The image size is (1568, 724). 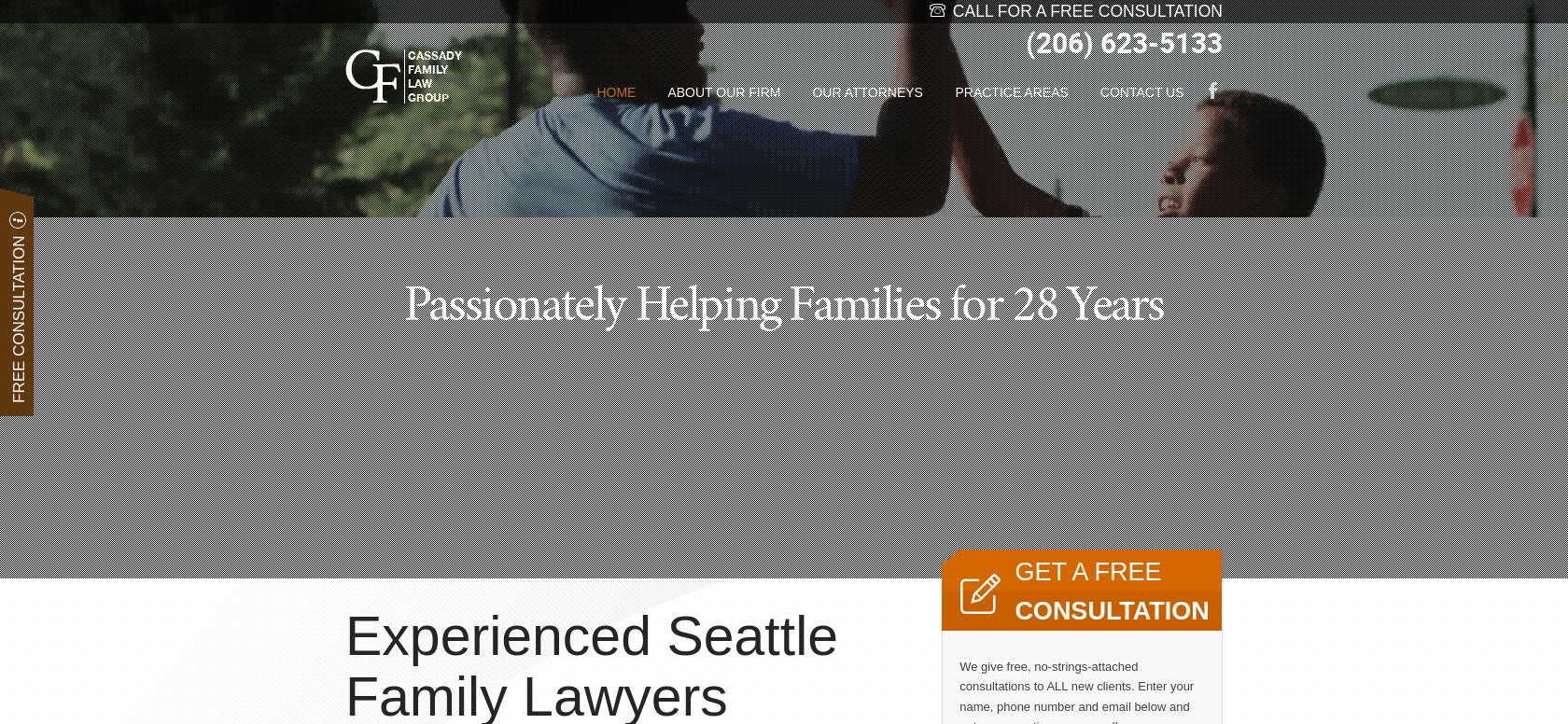 I want to click on 'CONTACT US', so click(x=1141, y=92).